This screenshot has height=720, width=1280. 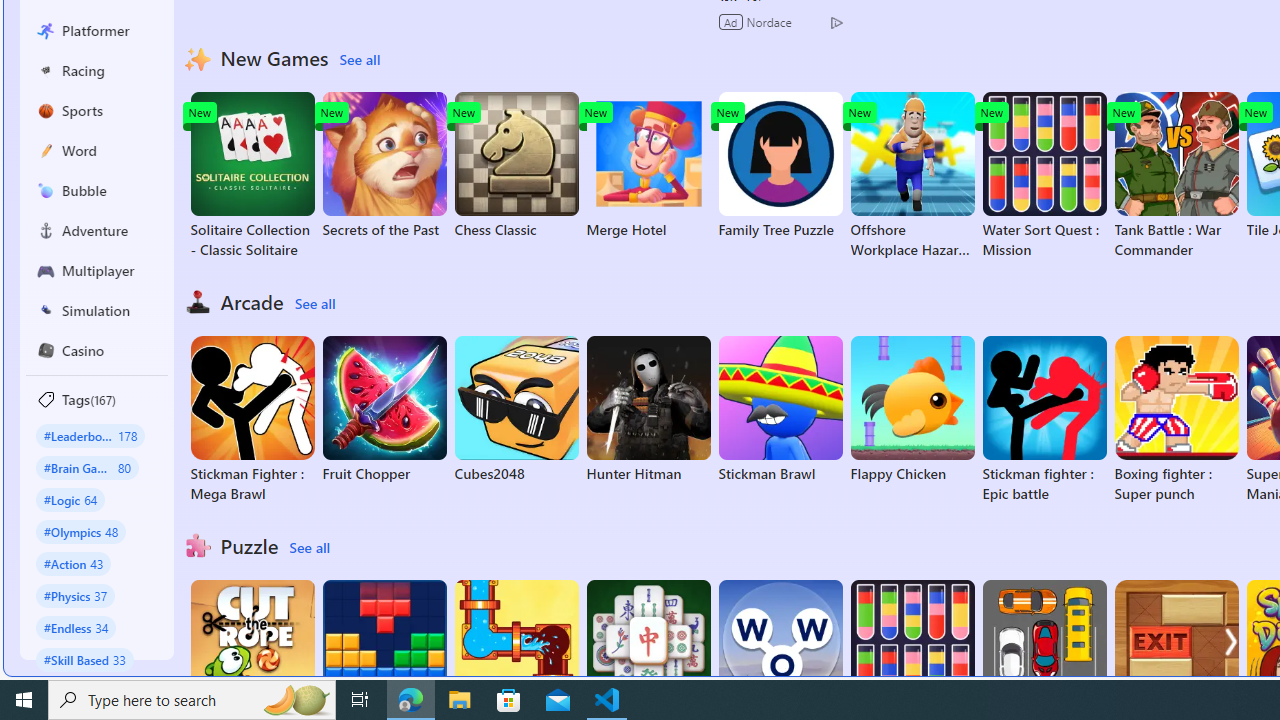 I want to click on '#Action 43', so click(x=74, y=563).